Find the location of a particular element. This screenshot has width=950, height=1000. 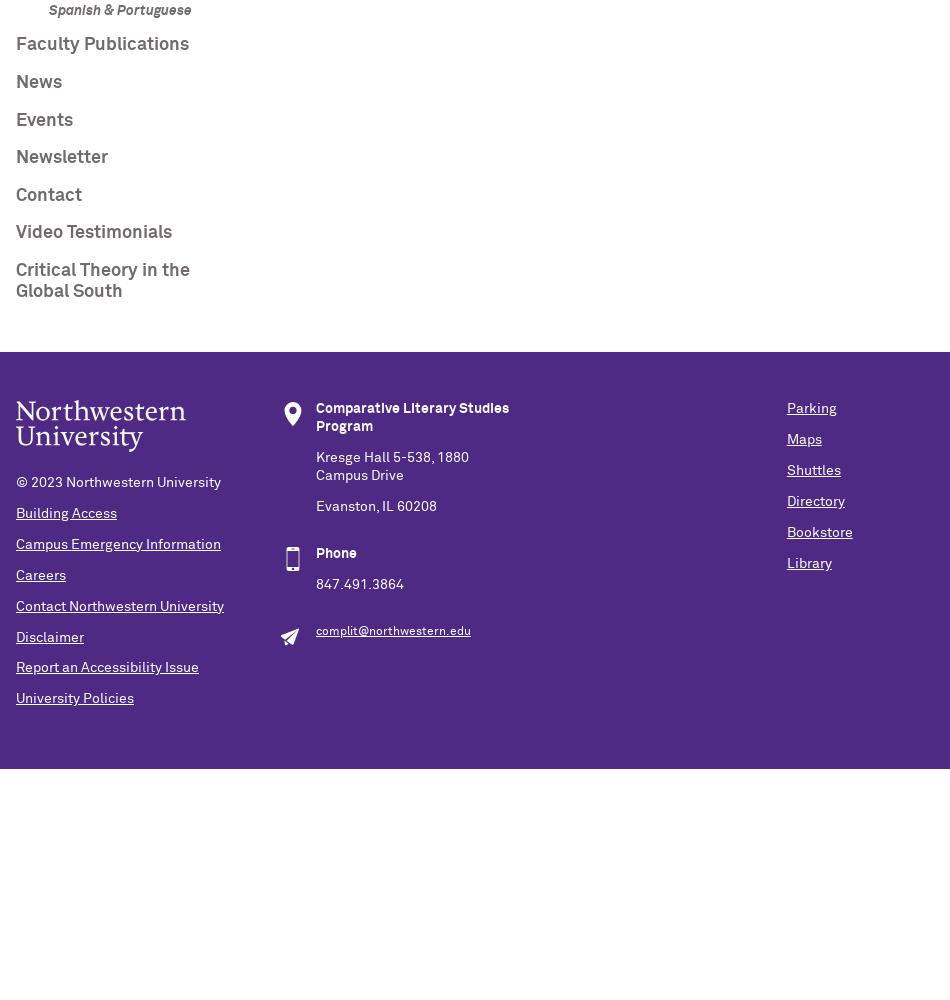

'Library' is located at coordinates (807, 563).